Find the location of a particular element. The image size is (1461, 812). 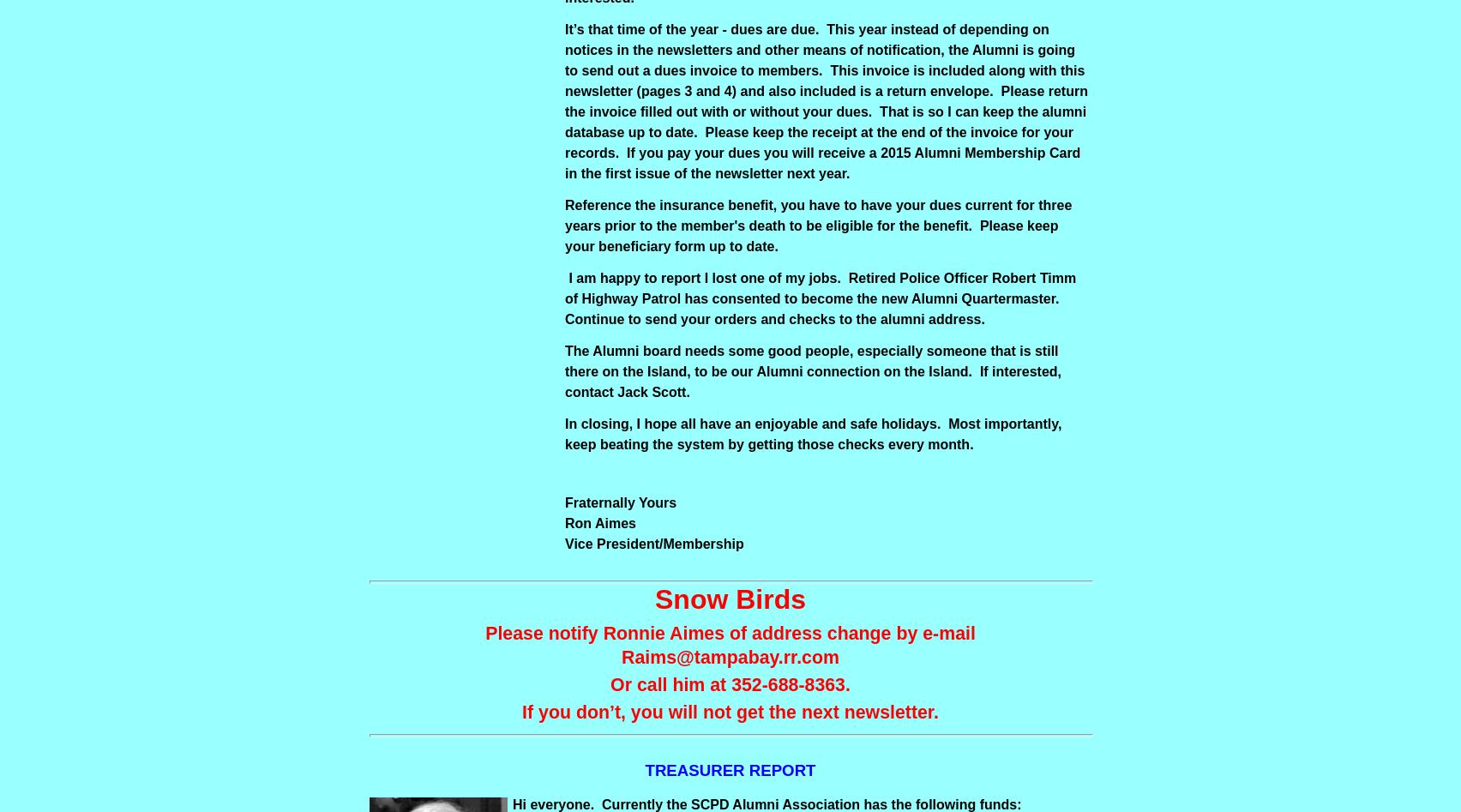

'If you don’t, you will not get the next newsletter.' is located at coordinates (522, 712).